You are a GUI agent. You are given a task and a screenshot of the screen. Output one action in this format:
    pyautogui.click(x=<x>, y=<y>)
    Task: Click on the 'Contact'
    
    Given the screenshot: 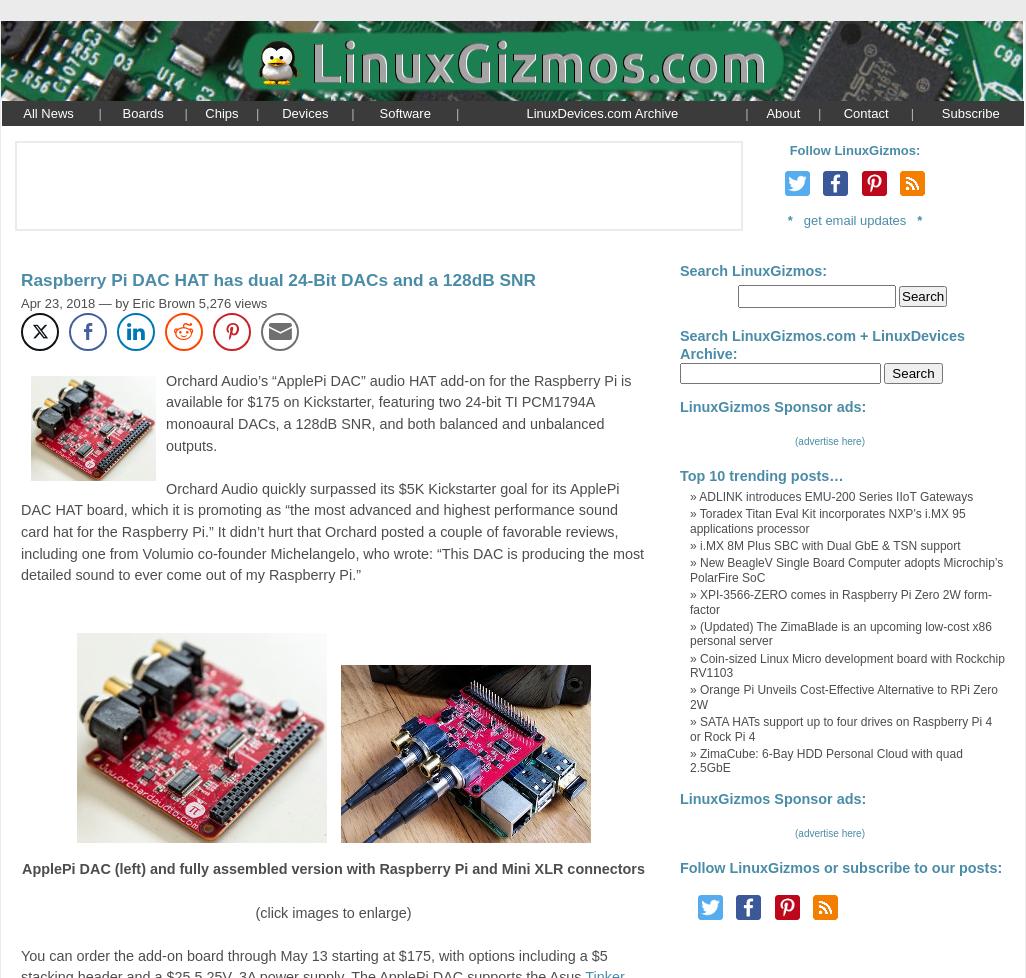 What is the action you would take?
    pyautogui.click(x=865, y=112)
    